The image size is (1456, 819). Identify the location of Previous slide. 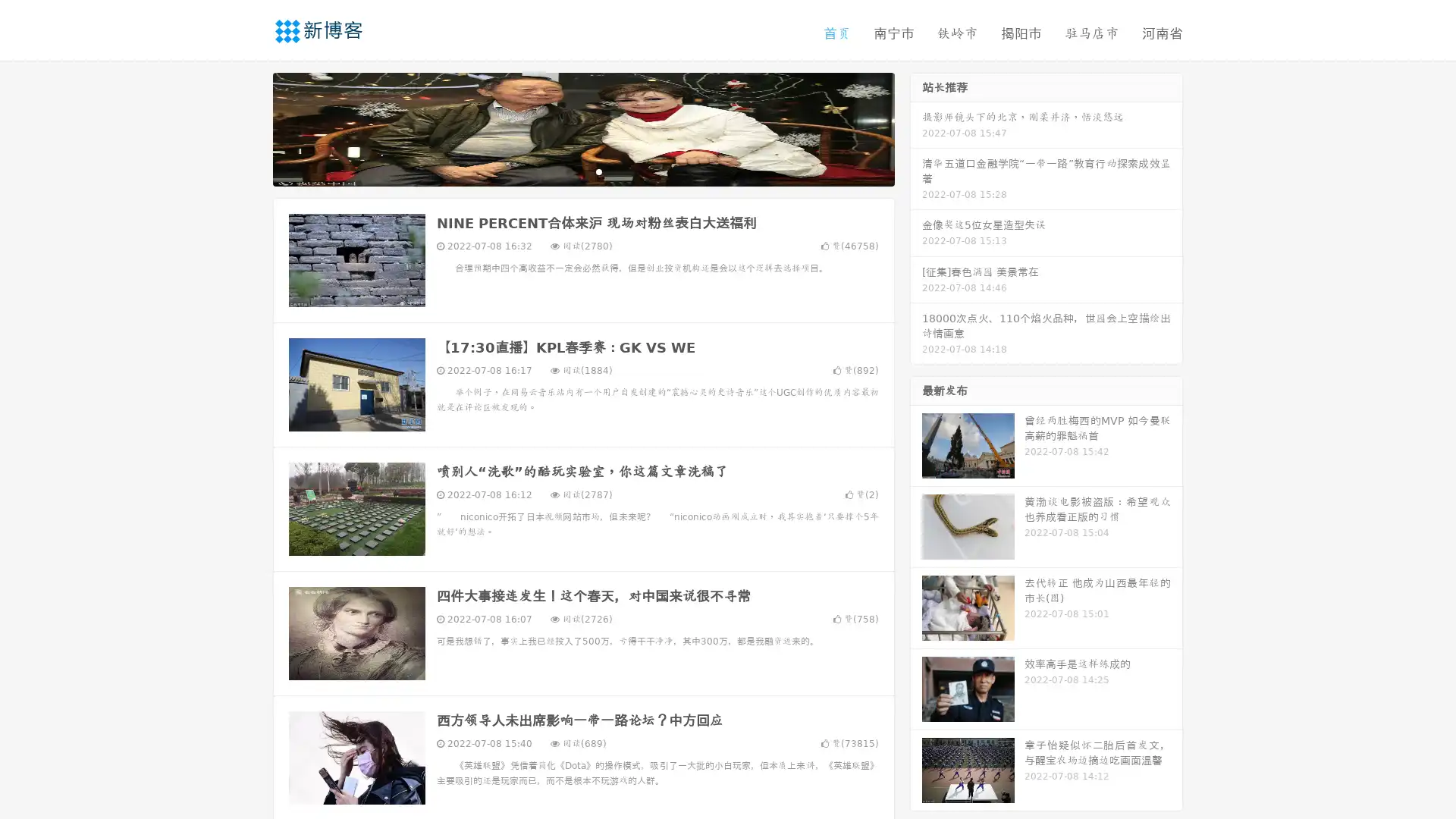
(250, 127).